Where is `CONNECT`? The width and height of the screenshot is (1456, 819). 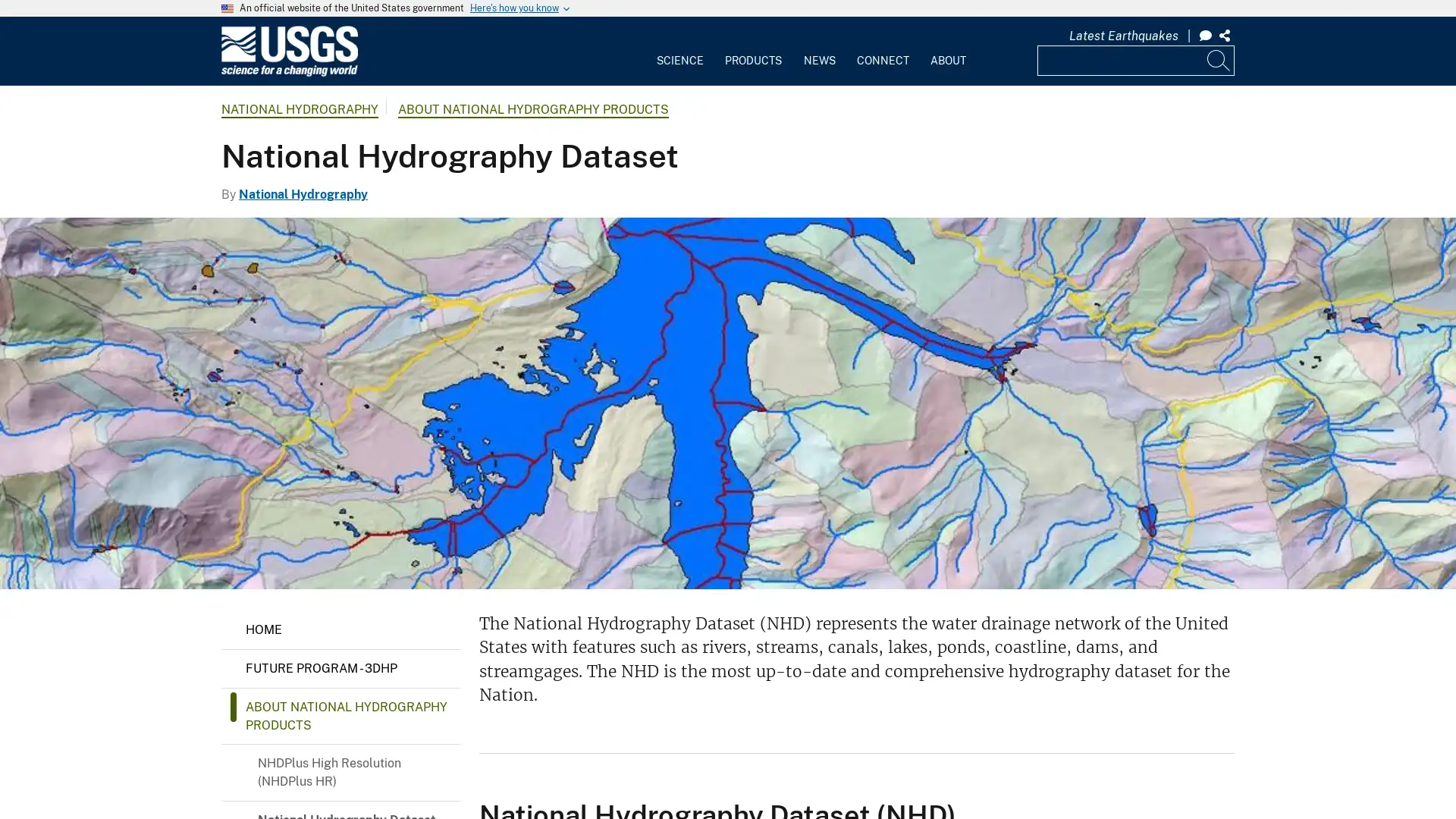
CONNECT is located at coordinates (882, 49).